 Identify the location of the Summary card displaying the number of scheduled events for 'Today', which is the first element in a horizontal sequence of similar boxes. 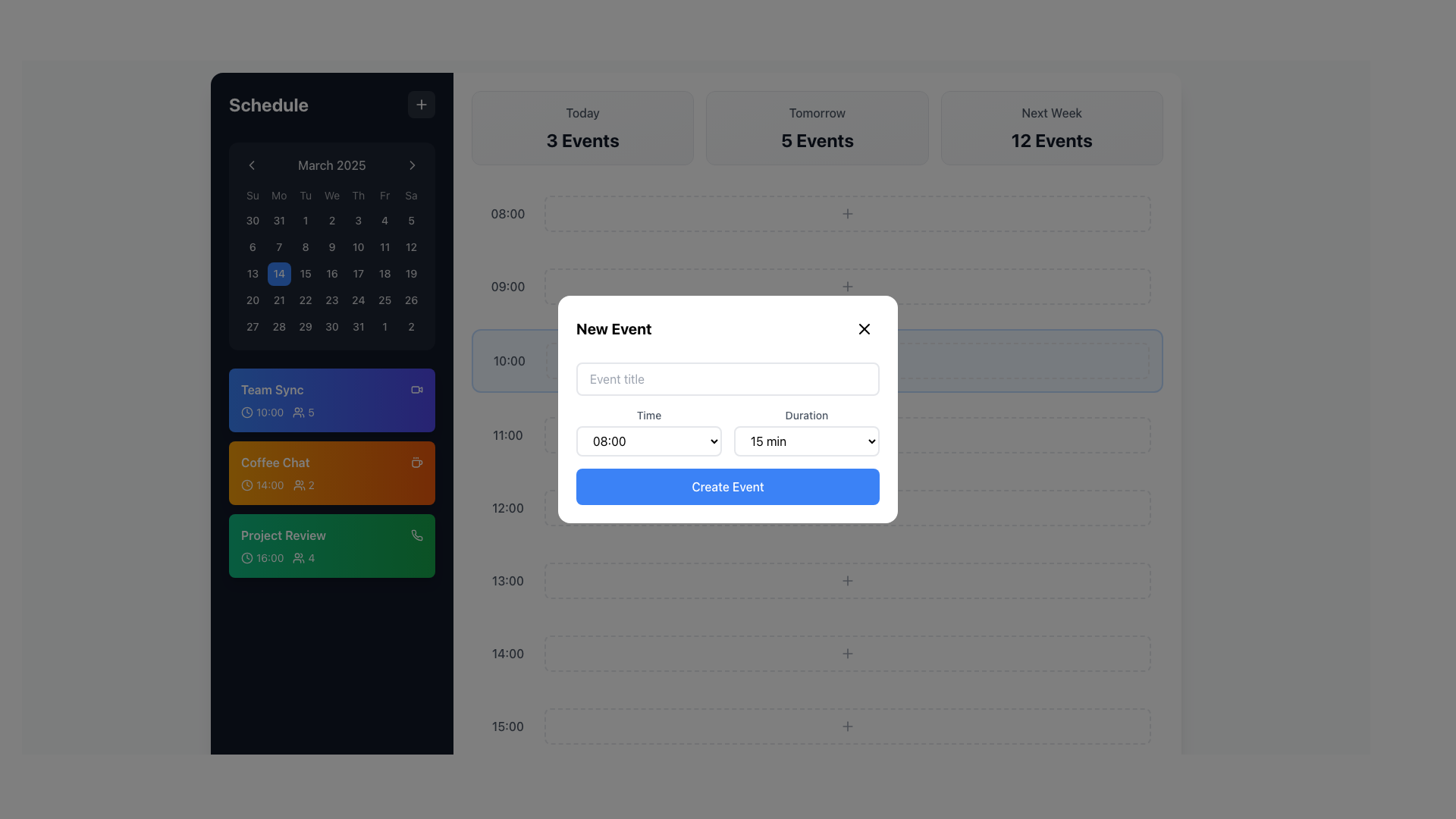
(582, 127).